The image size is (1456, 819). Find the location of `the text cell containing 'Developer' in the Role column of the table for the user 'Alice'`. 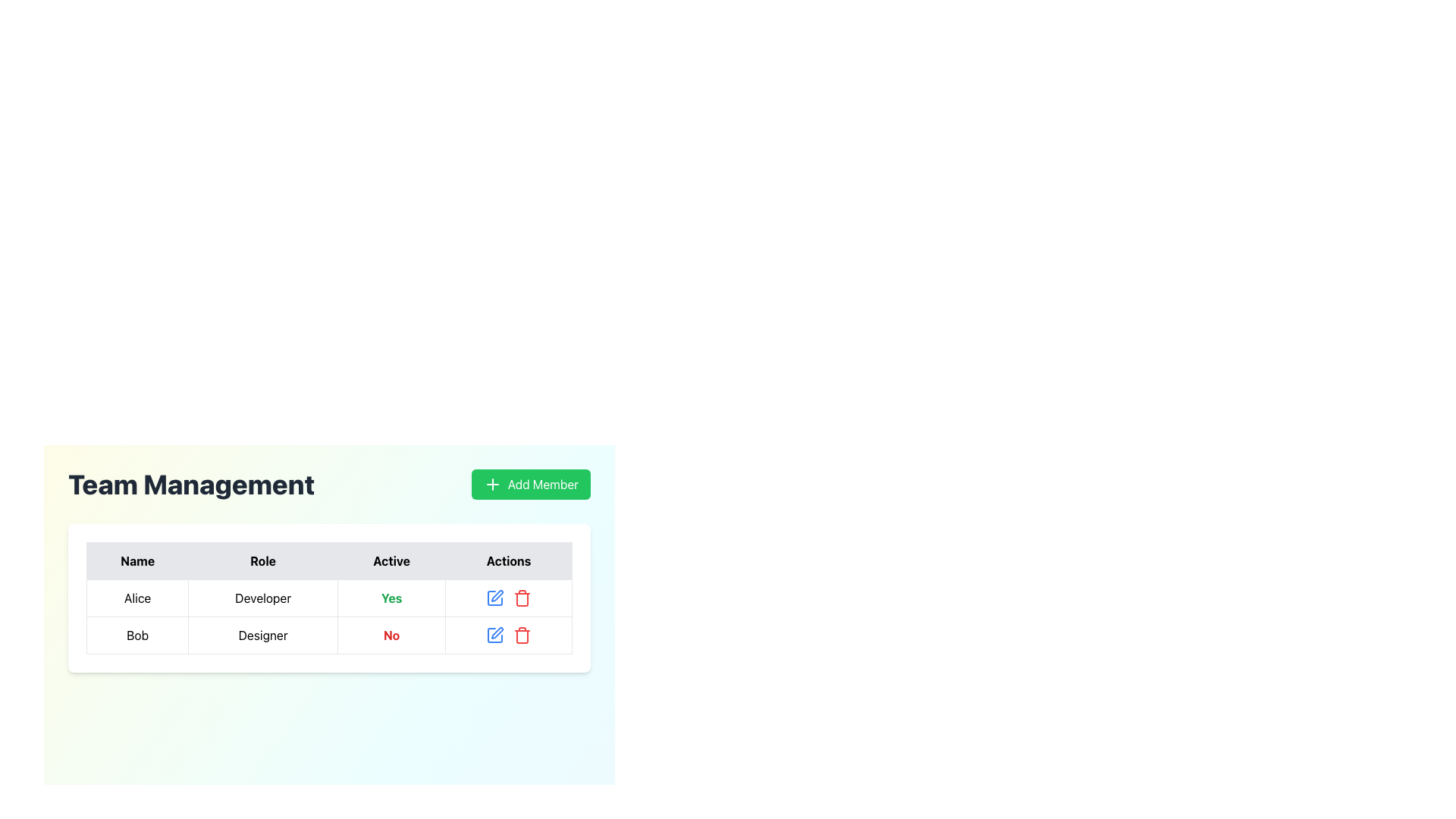

the text cell containing 'Developer' in the Role column of the table for the user 'Alice' is located at coordinates (263, 598).